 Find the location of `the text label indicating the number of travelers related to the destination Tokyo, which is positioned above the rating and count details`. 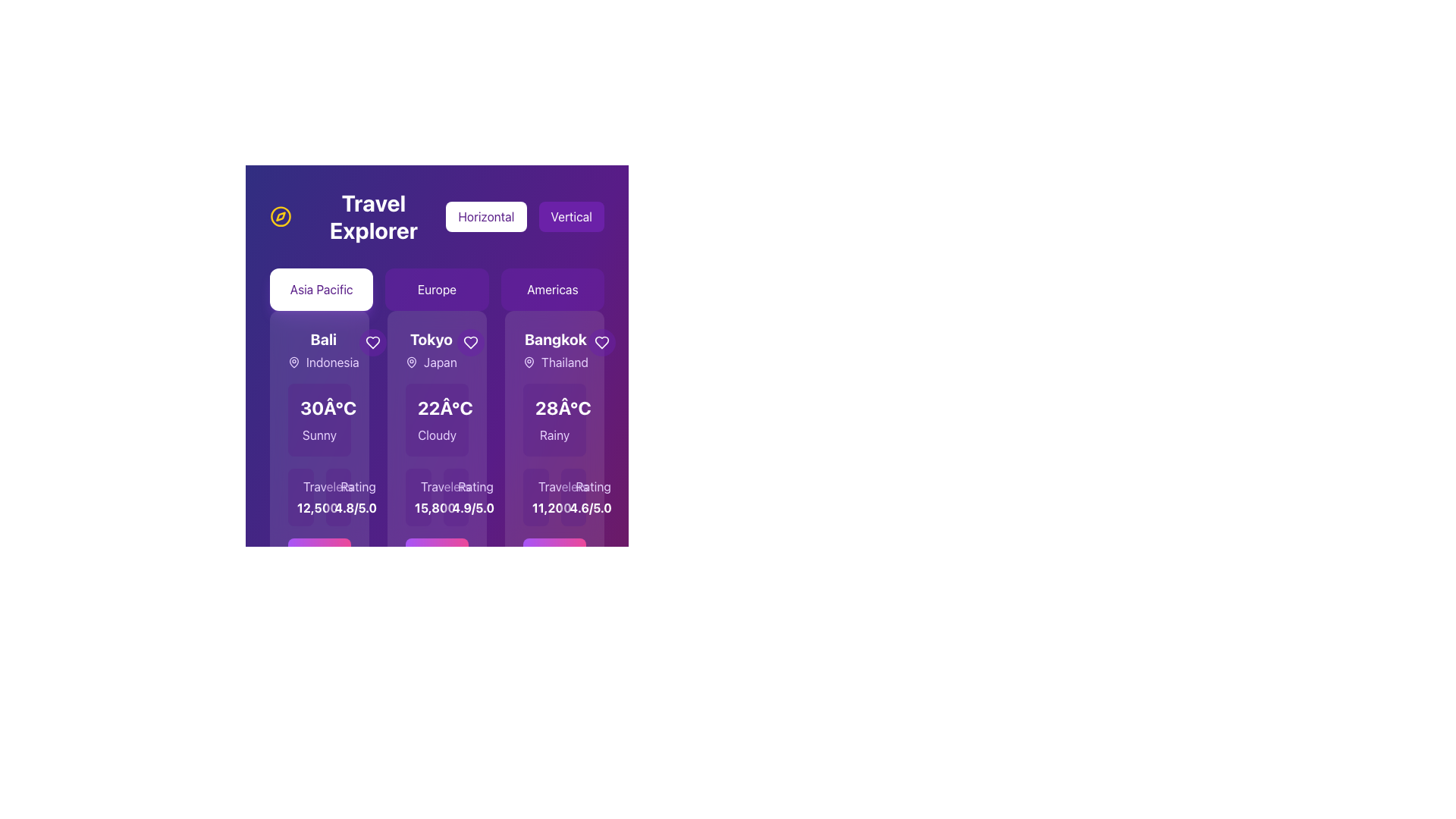

the text label indicating the number of travelers related to the destination Tokyo, which is positioned above the rating and count details is located at coordinates (444, 486).